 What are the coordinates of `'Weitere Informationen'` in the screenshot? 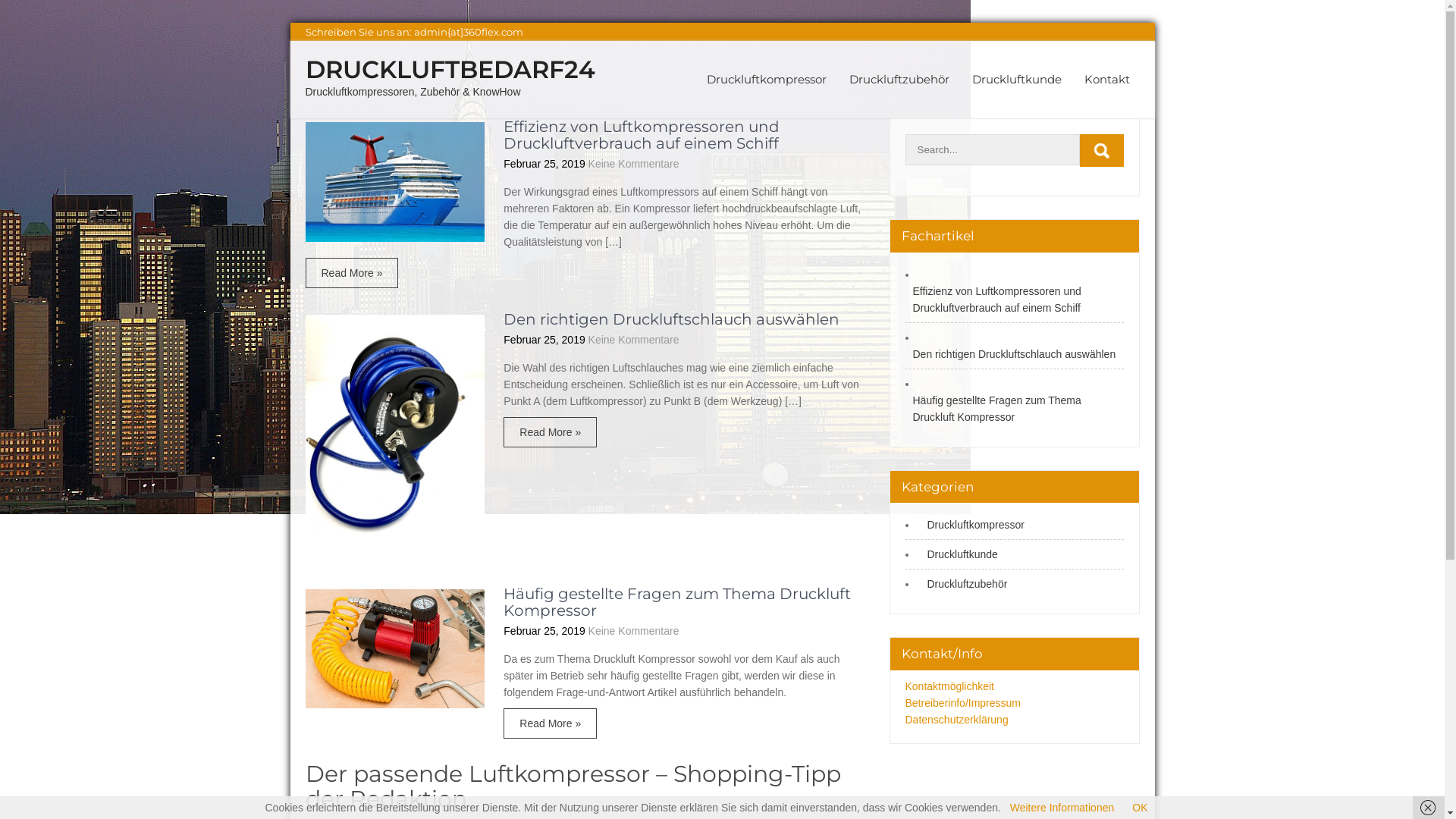 It's located at (1061, 806).